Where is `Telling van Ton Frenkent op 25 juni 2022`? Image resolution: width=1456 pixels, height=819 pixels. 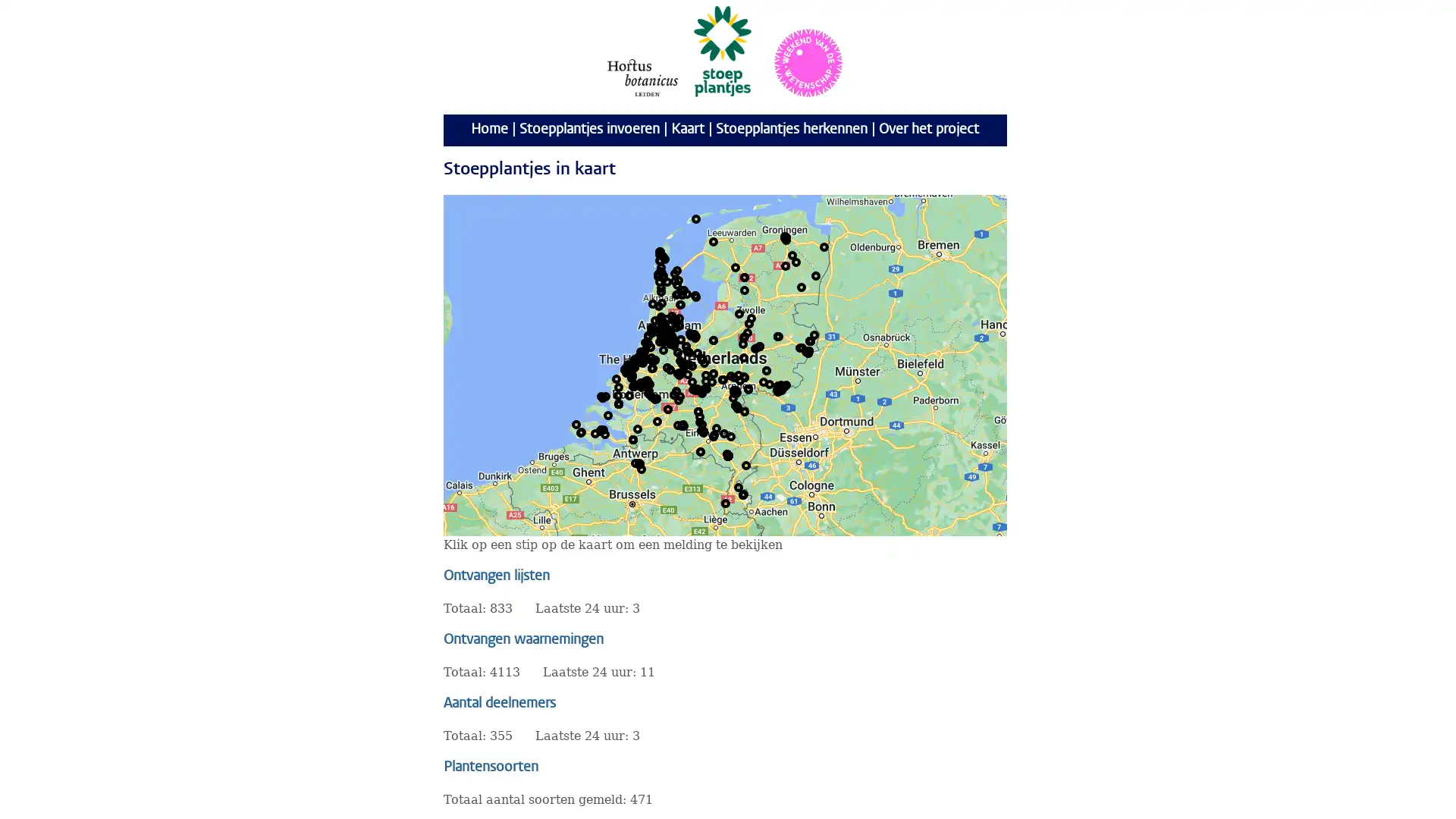
Telling van Ton Frenkent op 25 juni 2022 is located at coordinates (728, 455).